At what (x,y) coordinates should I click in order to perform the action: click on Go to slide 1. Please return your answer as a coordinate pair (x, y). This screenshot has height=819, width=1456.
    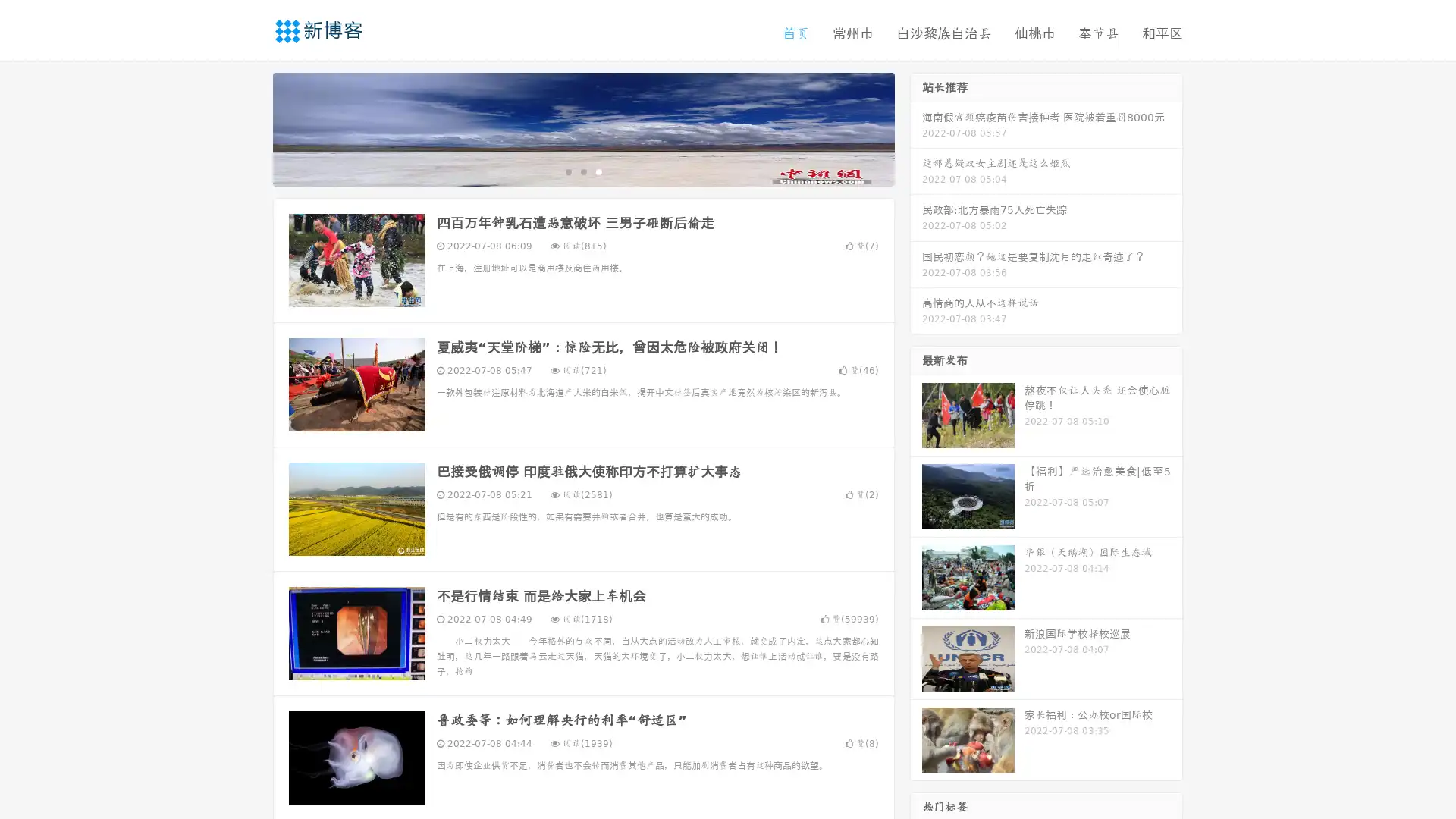
    Looking at the image, I should click on (567, 171).